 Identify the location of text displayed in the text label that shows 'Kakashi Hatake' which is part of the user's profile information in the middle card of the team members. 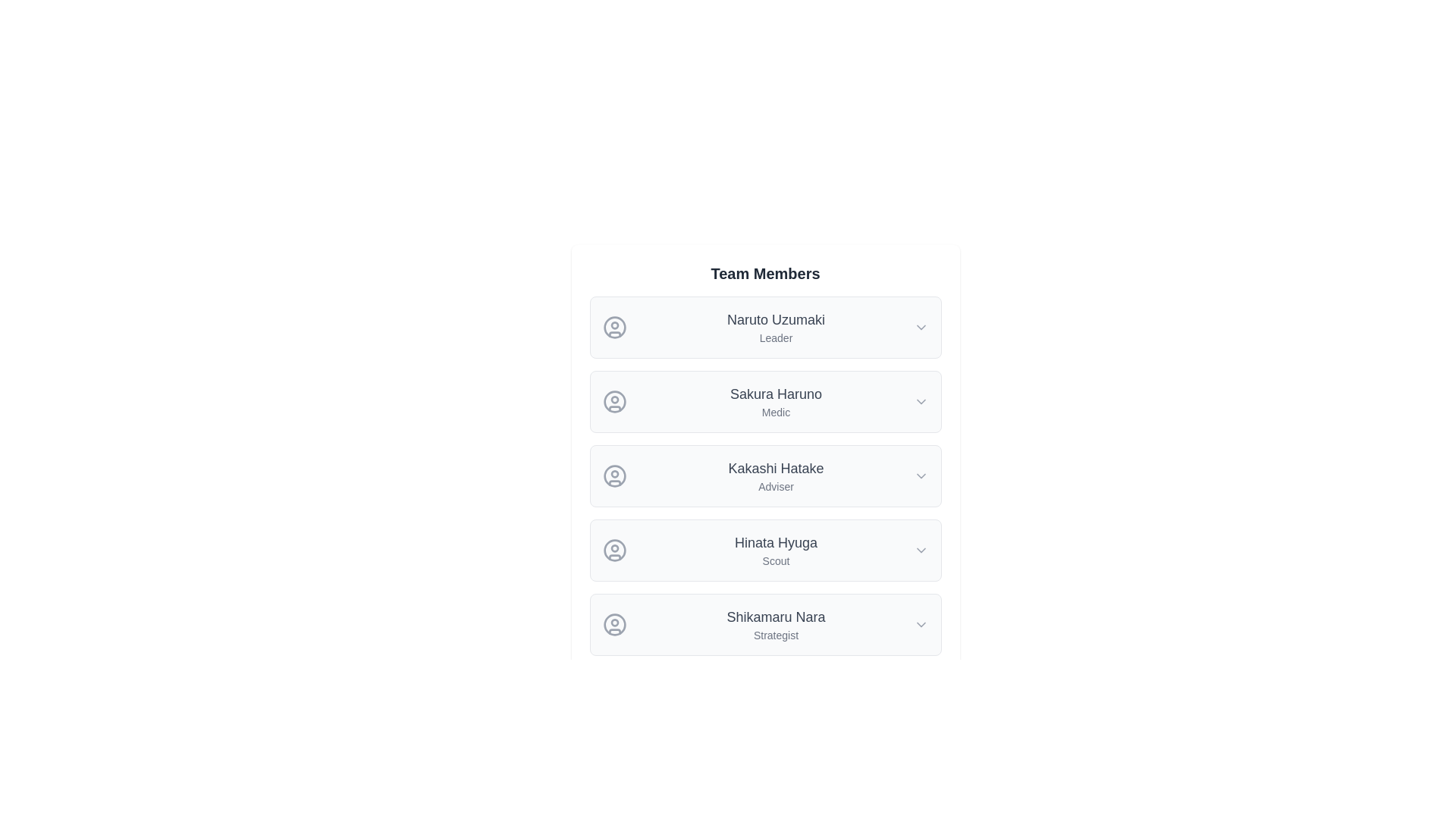
(776, 467).